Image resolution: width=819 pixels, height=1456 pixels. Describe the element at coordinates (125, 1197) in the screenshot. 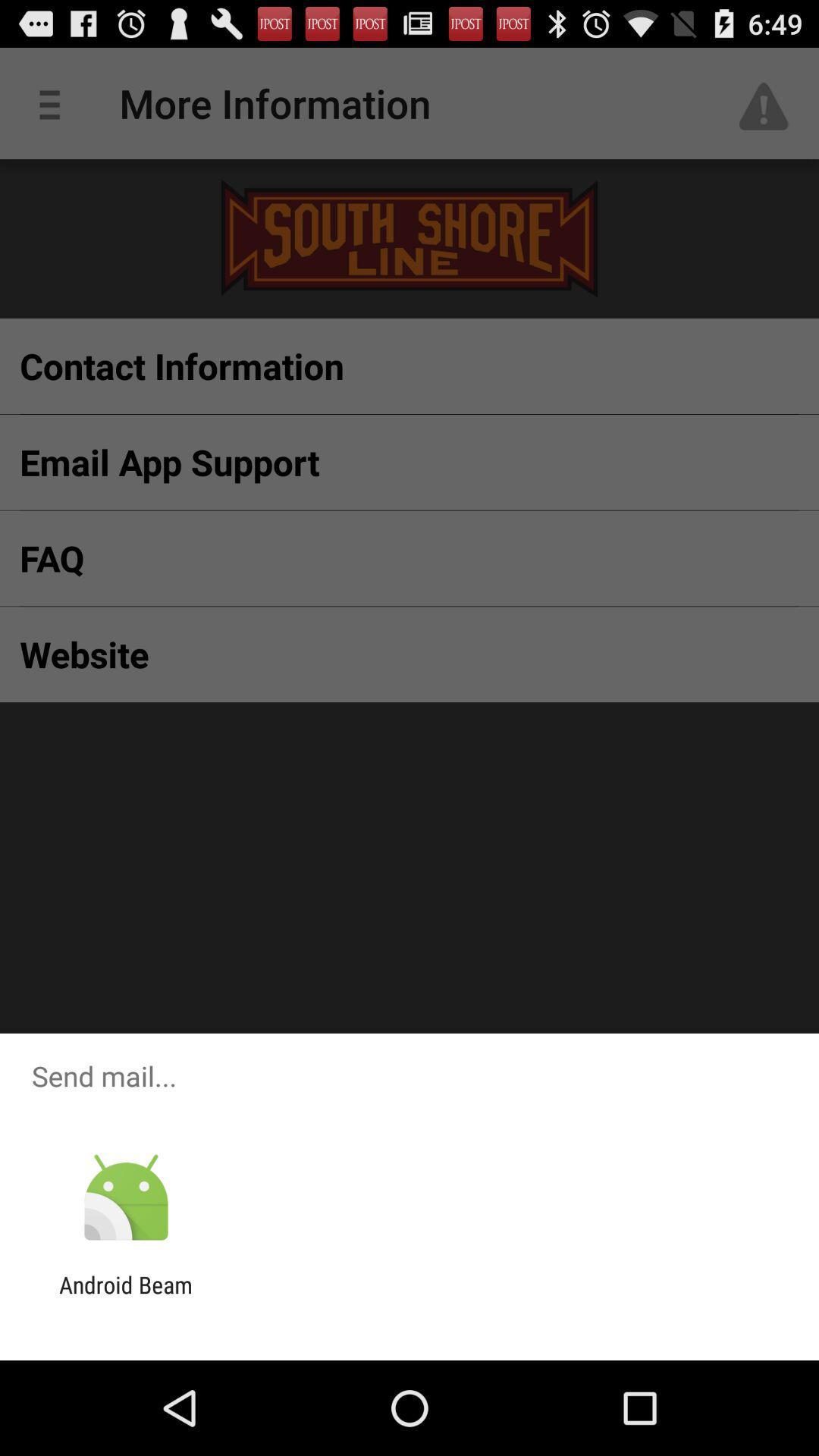

I see `item below send mail... icon` at that location.